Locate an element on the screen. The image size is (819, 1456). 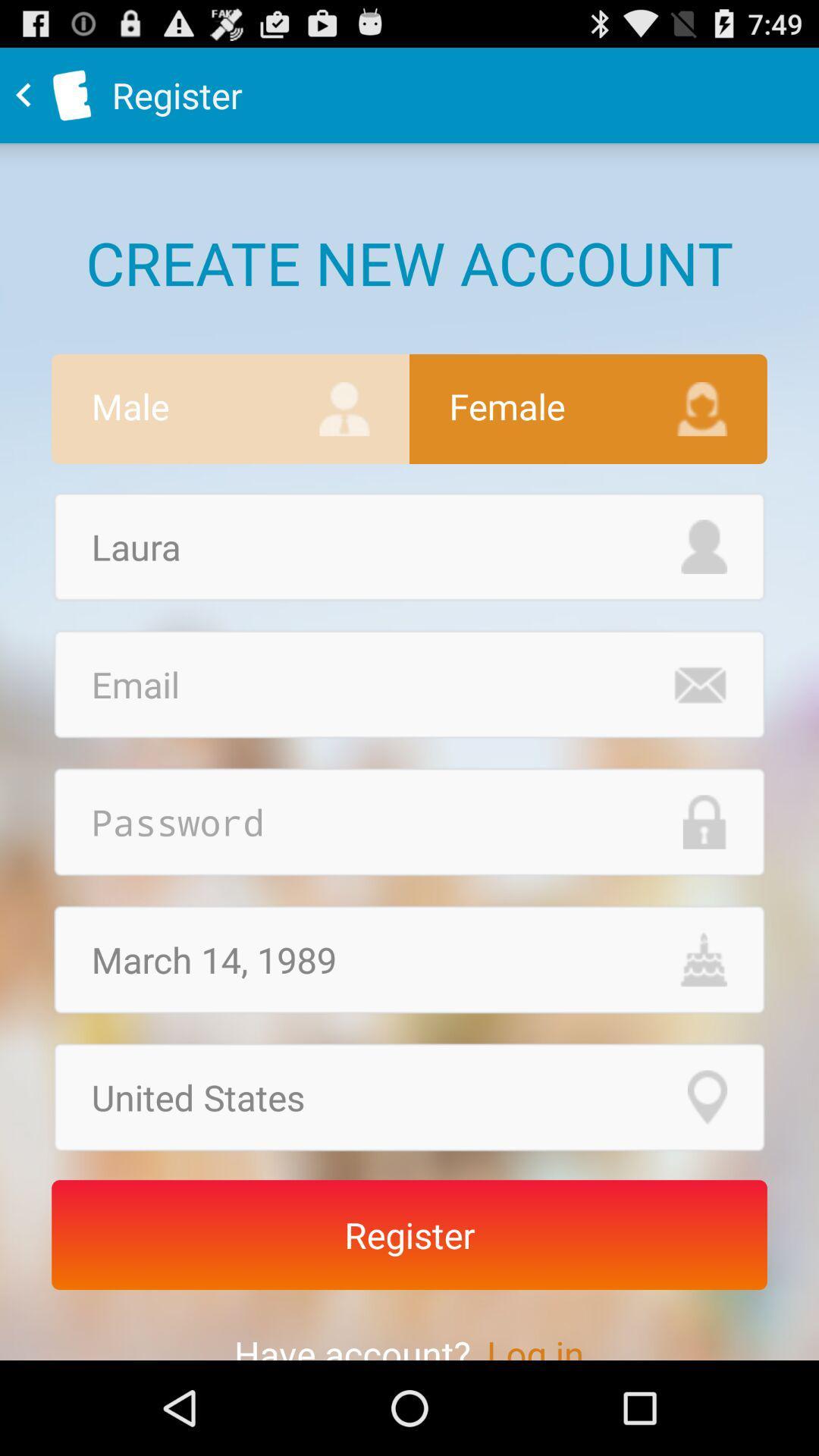
name box laura which is above email field box is located at coordinates (409, 546).